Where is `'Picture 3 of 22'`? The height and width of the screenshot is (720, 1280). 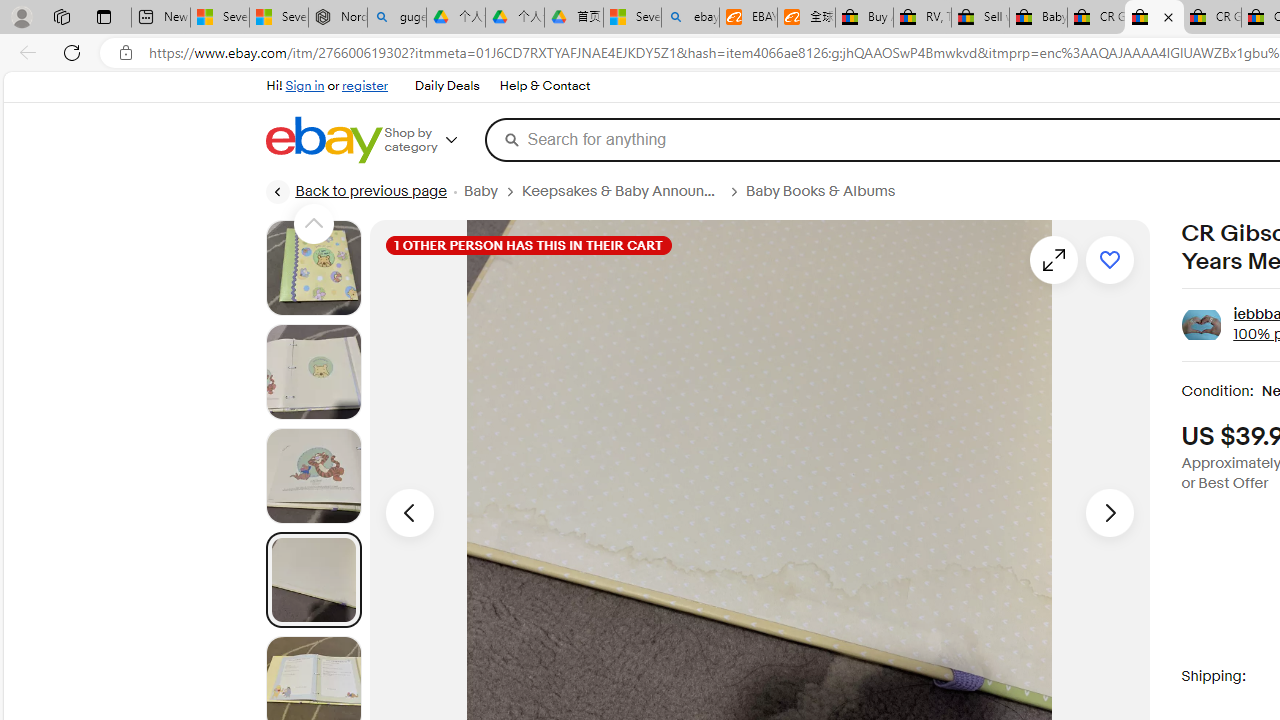 'Picture 3 of 22' is located at coordinates (312, 475).